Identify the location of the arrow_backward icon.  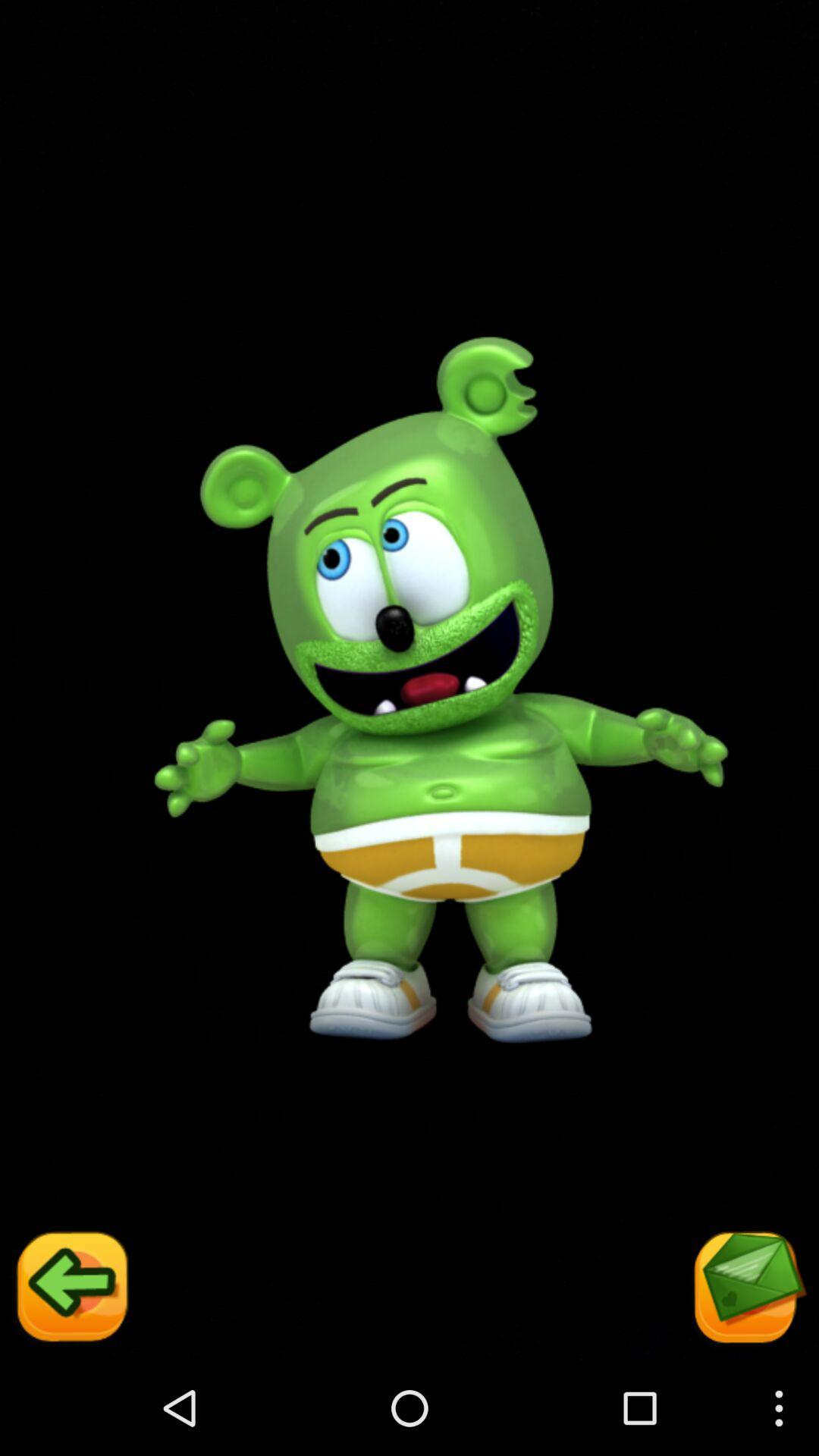
(70, 1381).